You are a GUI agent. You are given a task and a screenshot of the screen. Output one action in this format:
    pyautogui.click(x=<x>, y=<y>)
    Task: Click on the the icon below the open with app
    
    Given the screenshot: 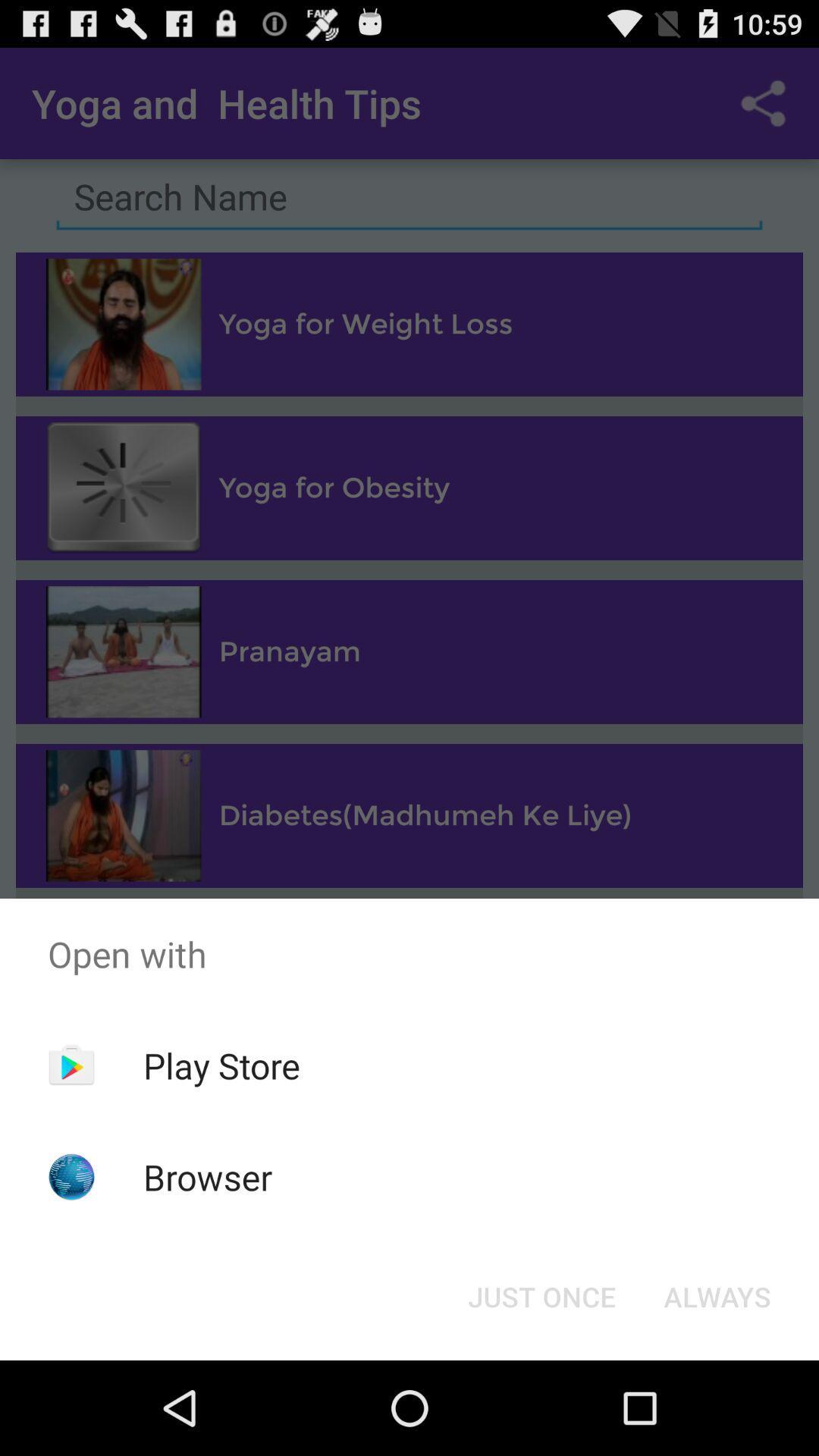 What is the action you would take?
    pyautogui.click(x=221, y=1065)
    